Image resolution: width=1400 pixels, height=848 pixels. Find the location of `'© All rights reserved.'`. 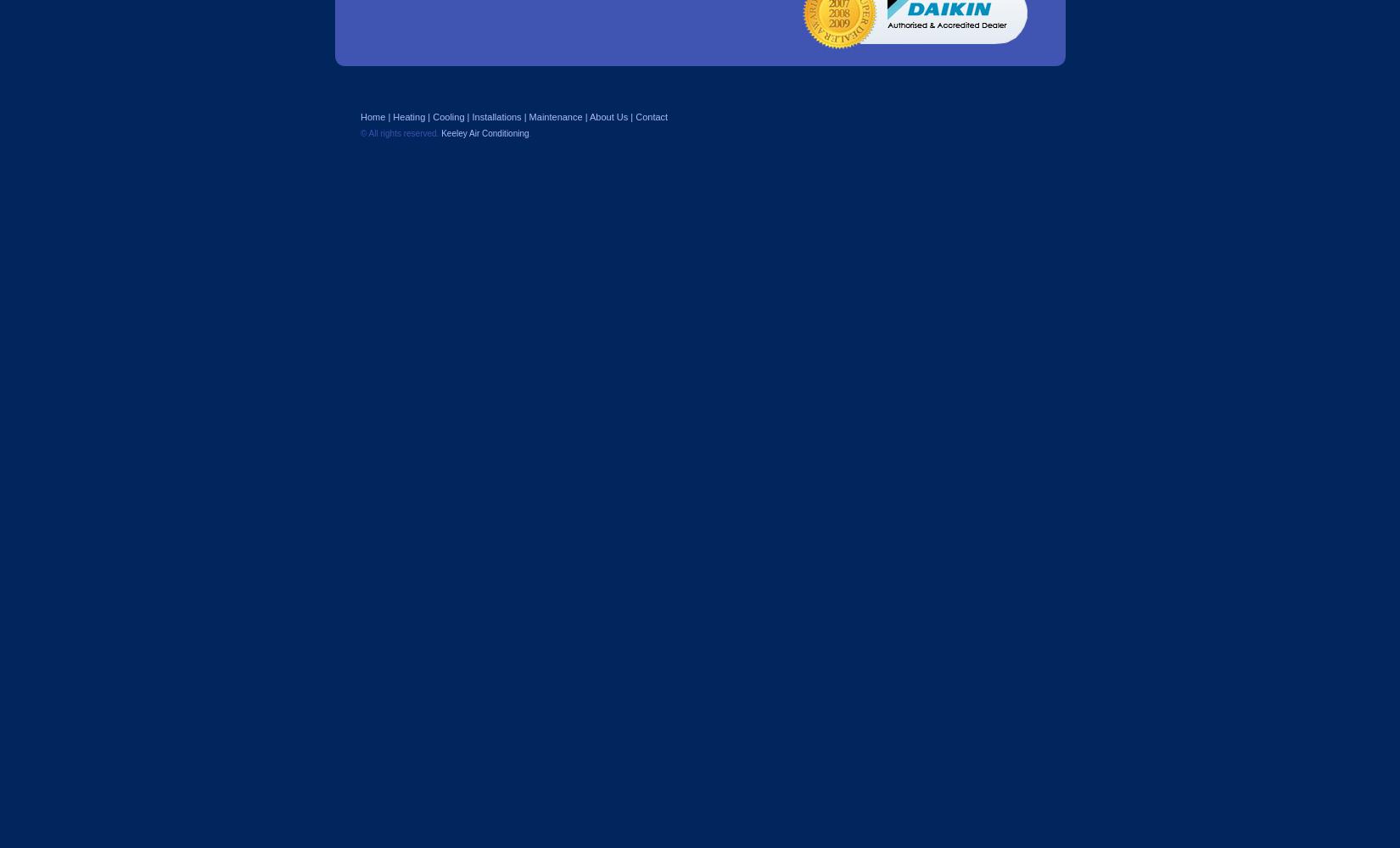

'© All rights reserved.' is located at coordinates (400, 133).